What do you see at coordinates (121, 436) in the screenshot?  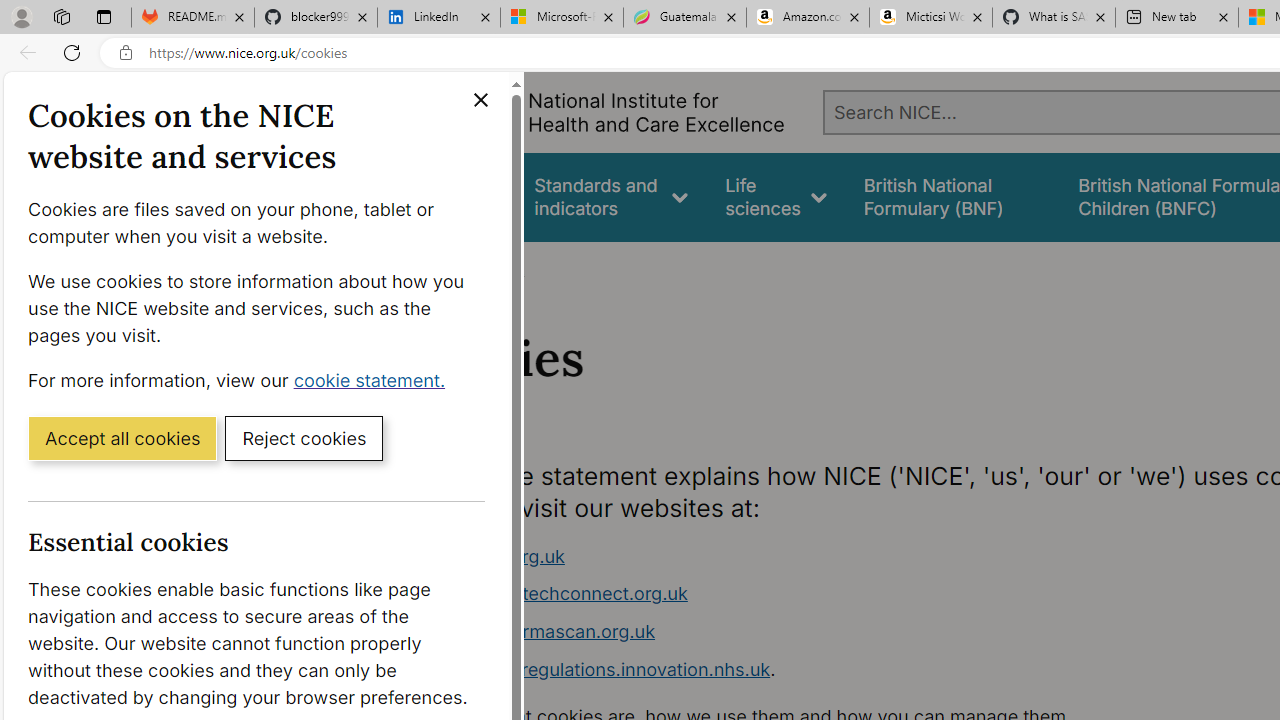 I see `'Accept all cookies'` at bounding box center [121, 436].